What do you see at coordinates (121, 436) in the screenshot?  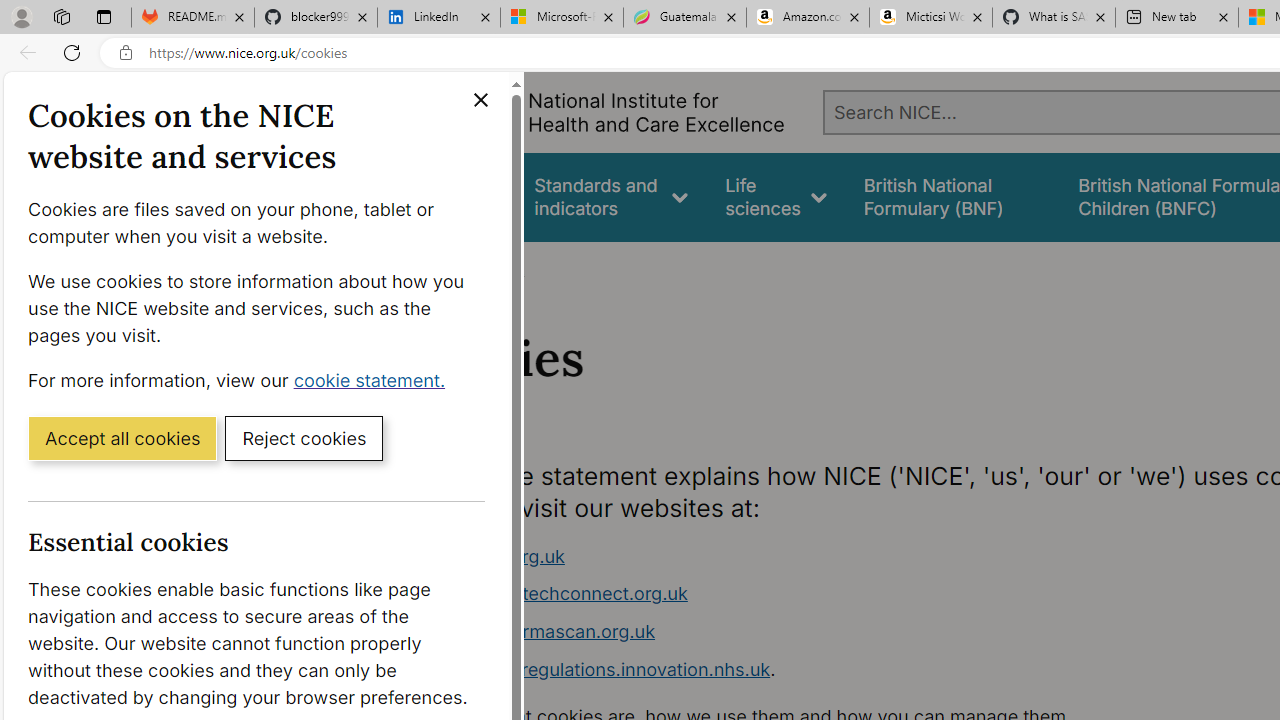 I see `'Accept all cookies'` at bounding box center [121, 436].